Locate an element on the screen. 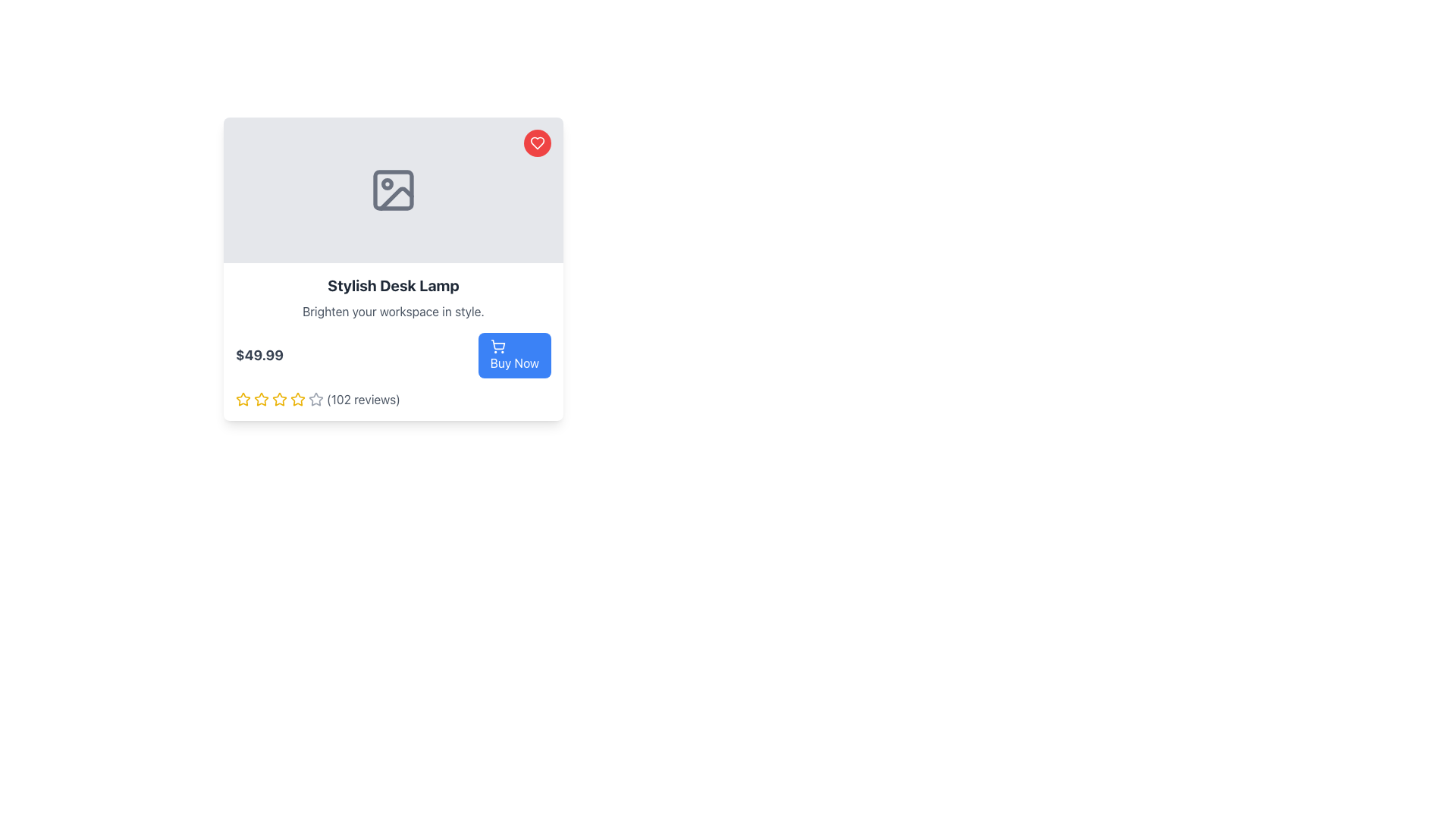 This screenshot has height=819, width=1456. the price label displaying '$49.99' styled in bold, large gray font, positioned to the left of the 'Buy Now' button is located at coordinates (259, 356).